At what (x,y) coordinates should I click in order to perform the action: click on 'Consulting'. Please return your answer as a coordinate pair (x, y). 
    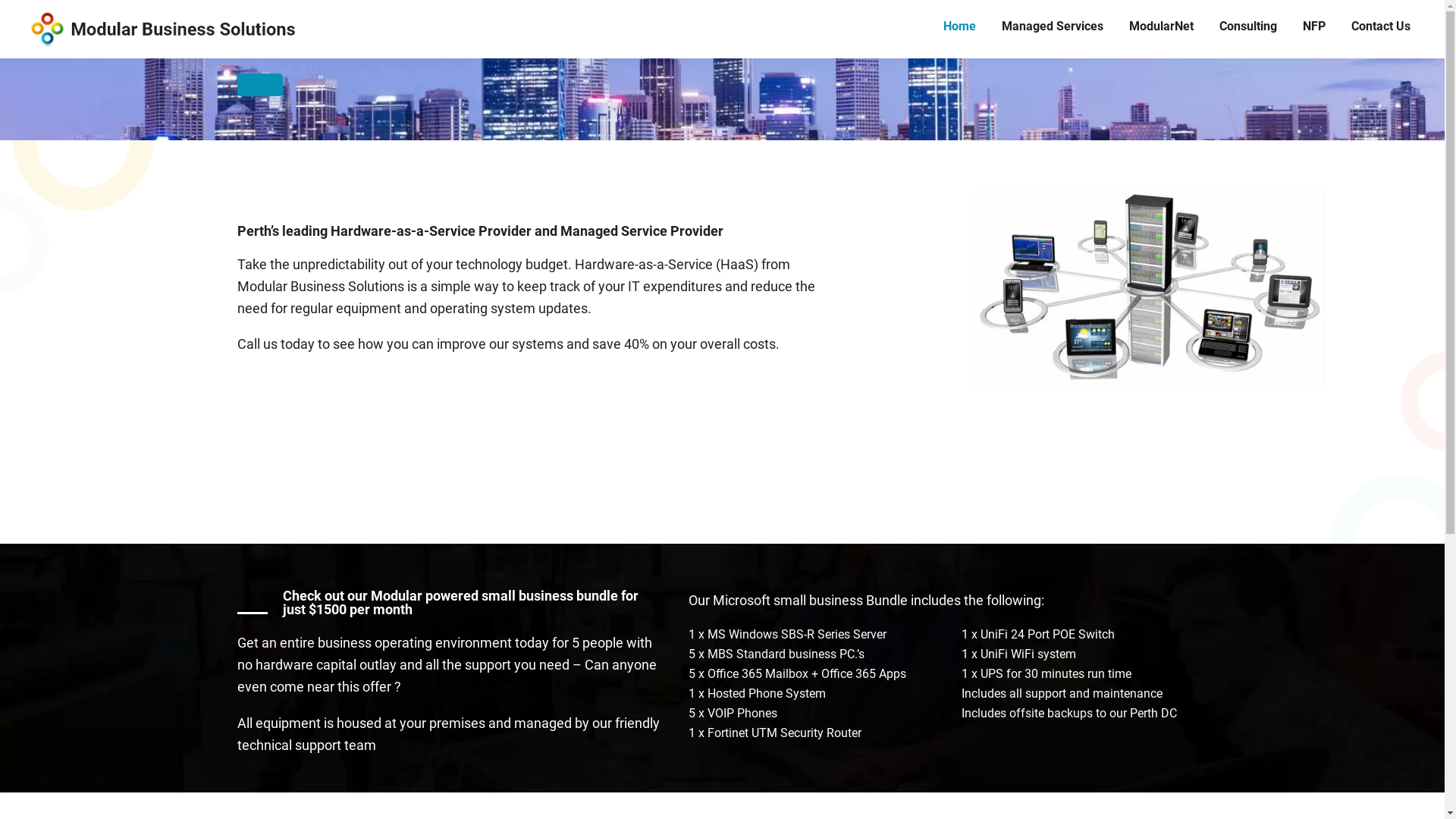
    Looking at the image, I should click on (1248, 26).